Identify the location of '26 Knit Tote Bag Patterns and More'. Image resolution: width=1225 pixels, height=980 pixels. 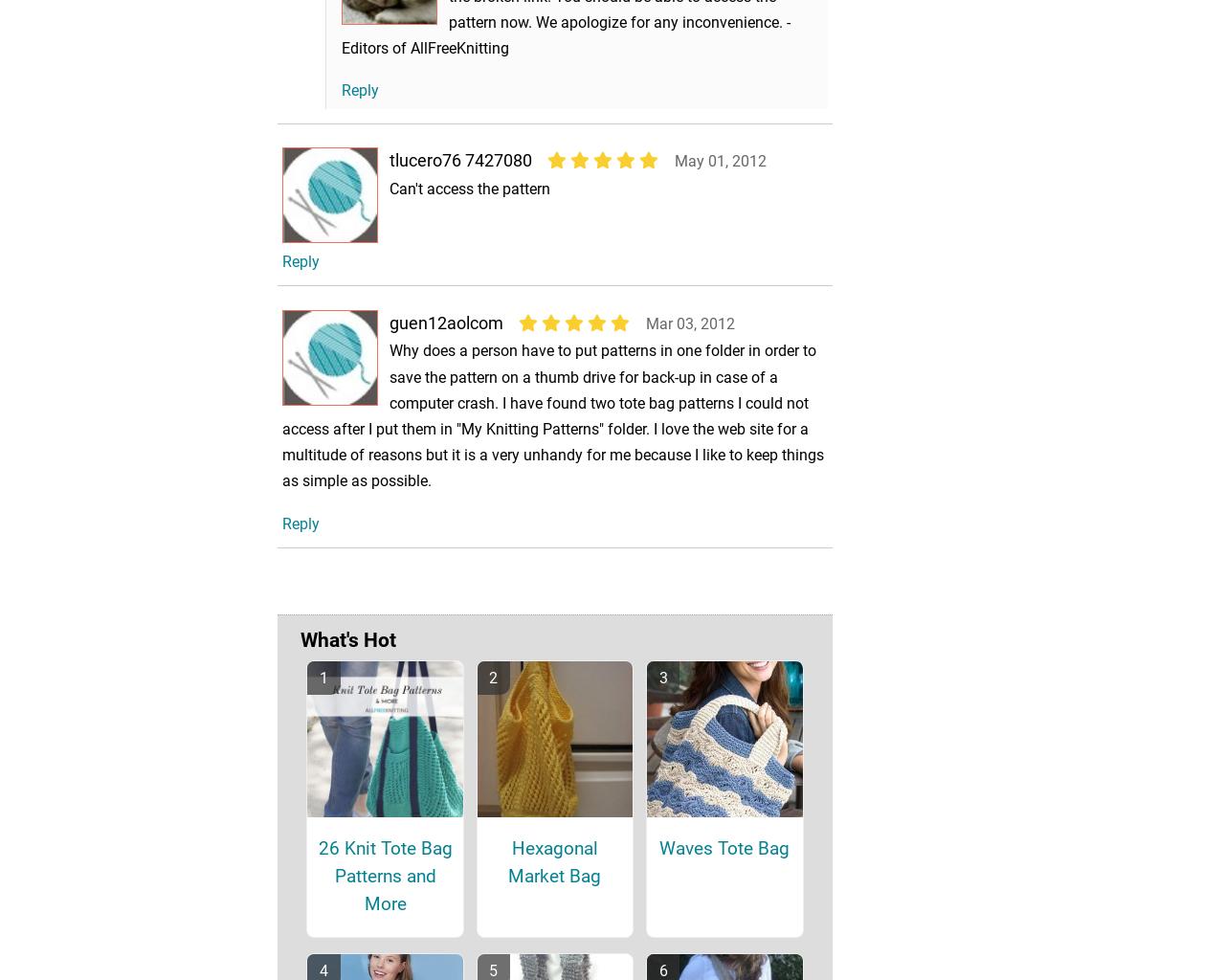
(384, 902).